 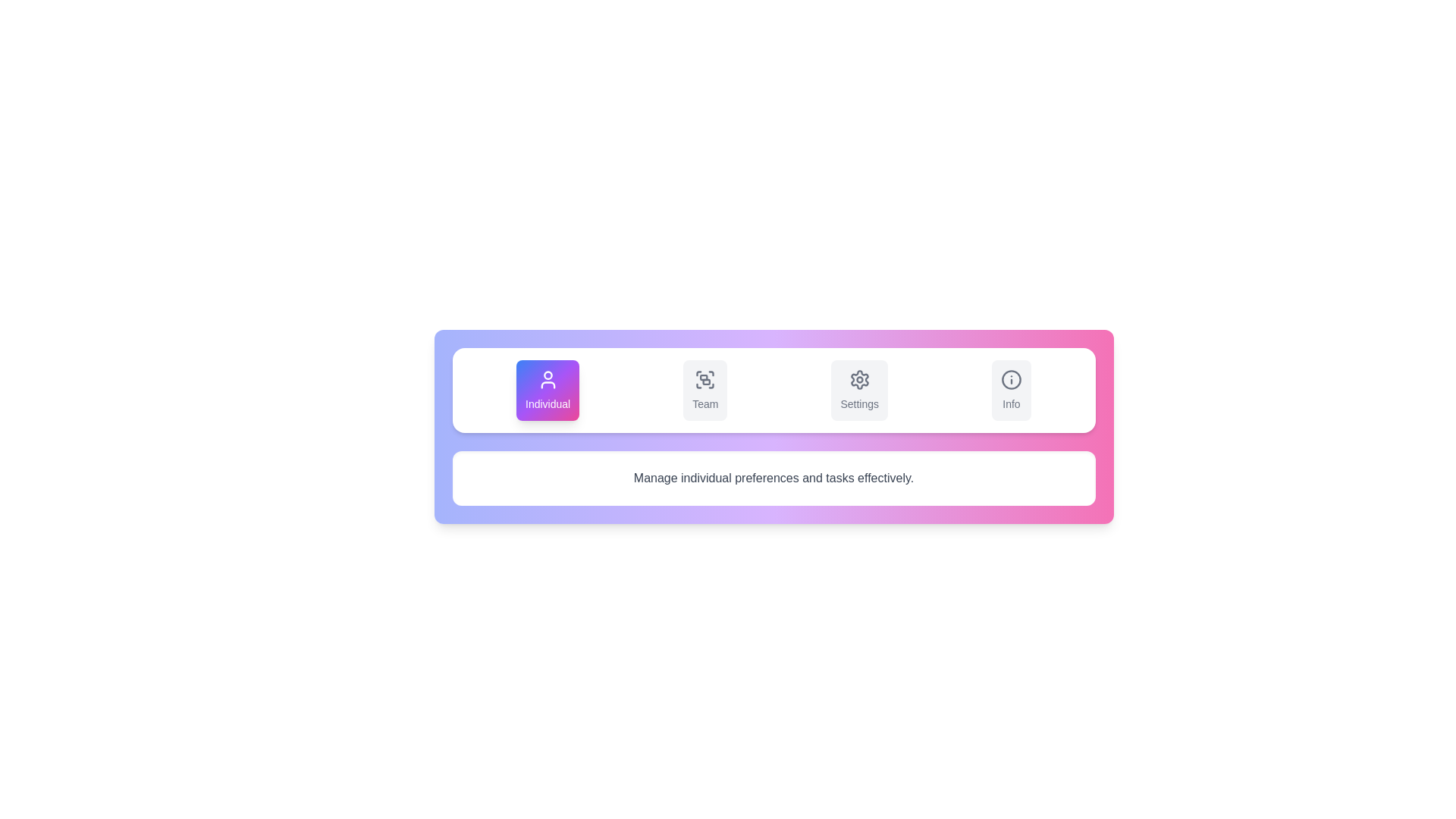 I want to click on the settings icon located in the third slot of the horizontally aligned options menu, so click(x=859, y=379).